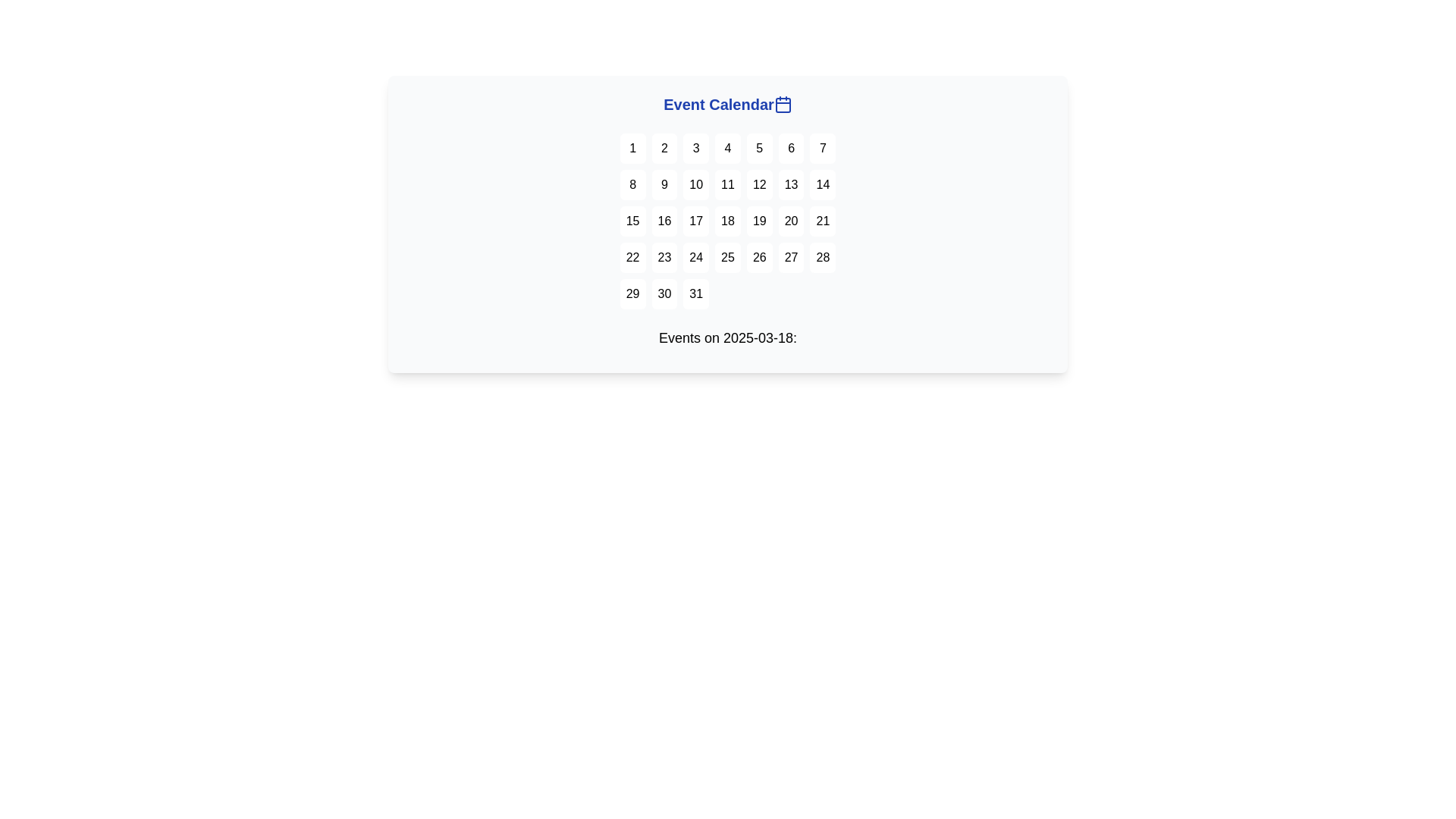 This screenshot has height=819, width=1456. I want to click on the button displaying '22' in bold black font, located in the first column of the fourth row in the calendar grid, so click(632, 256).